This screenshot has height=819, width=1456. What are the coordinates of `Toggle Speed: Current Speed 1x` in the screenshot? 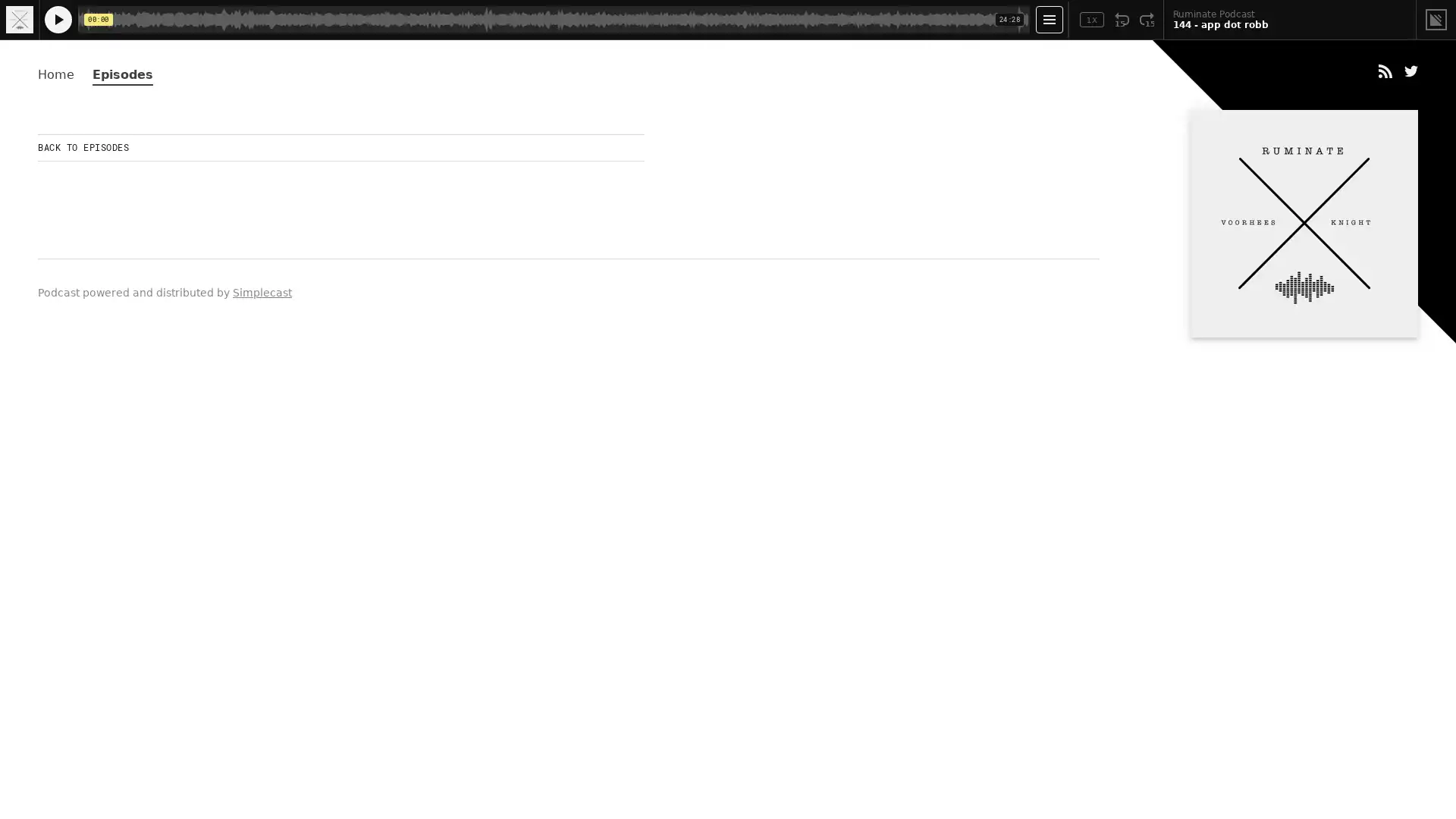 It's located at (1092, 20).